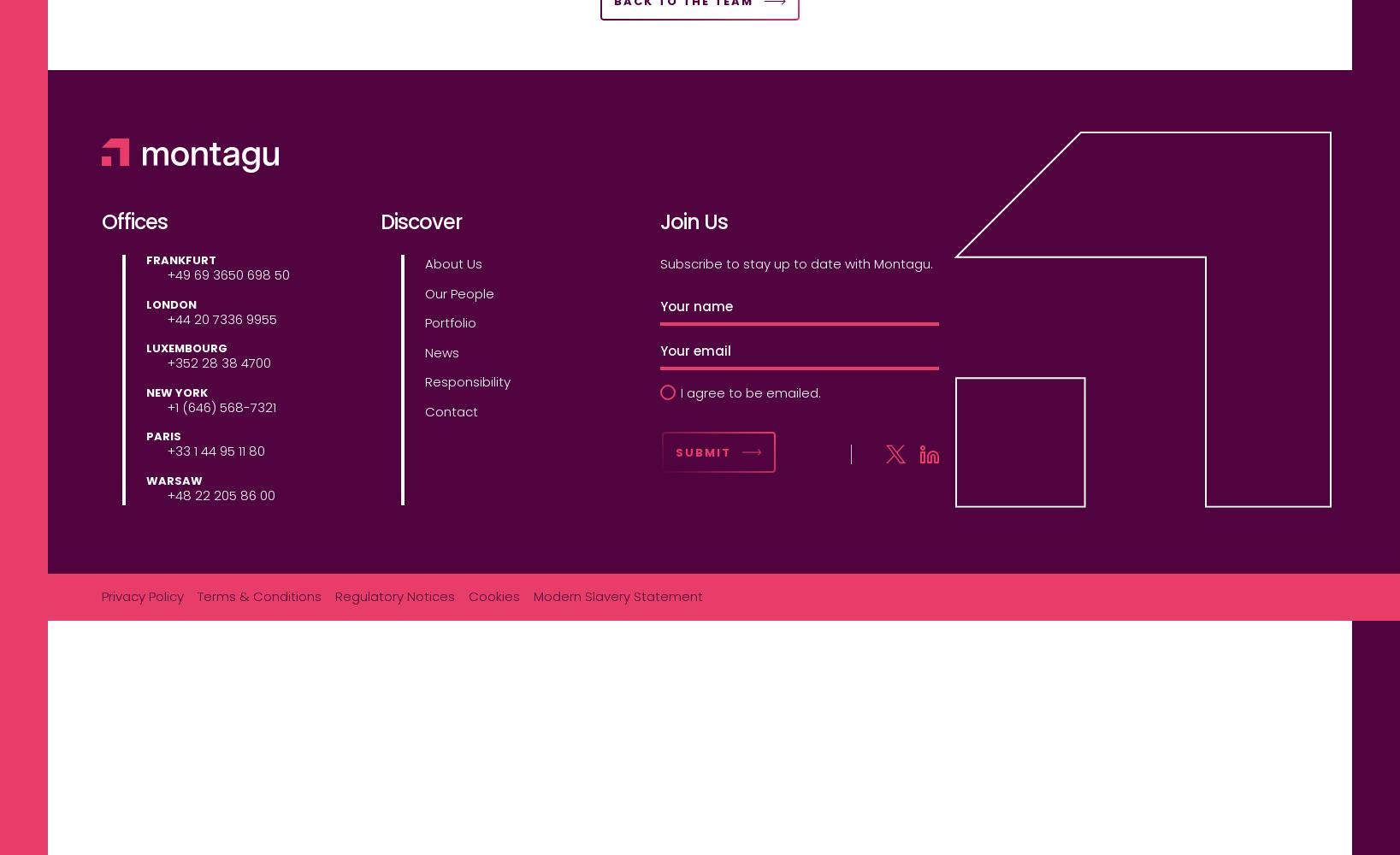  Describe the element at coordinates (617, 595) in the screenshot. I see `'Modern Slavery Statement'` at that location.